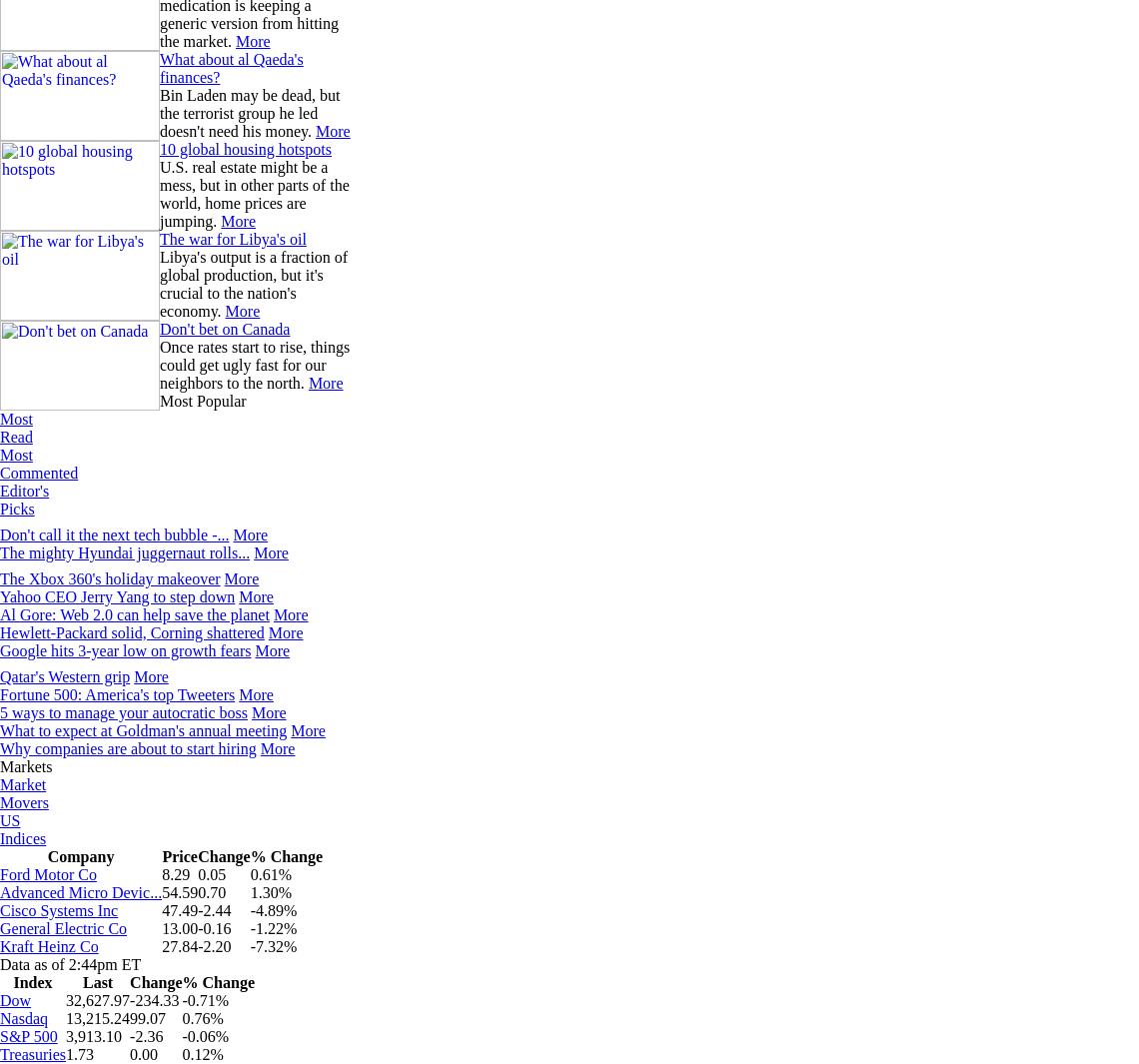 The height and width of the screenshot is (1064, 1139). Describe the element at coordinates (160, 364) in the screenshot. I see `'Once rates start to rise, things could get ugly fast for our neighbors to the north.'` at that location.